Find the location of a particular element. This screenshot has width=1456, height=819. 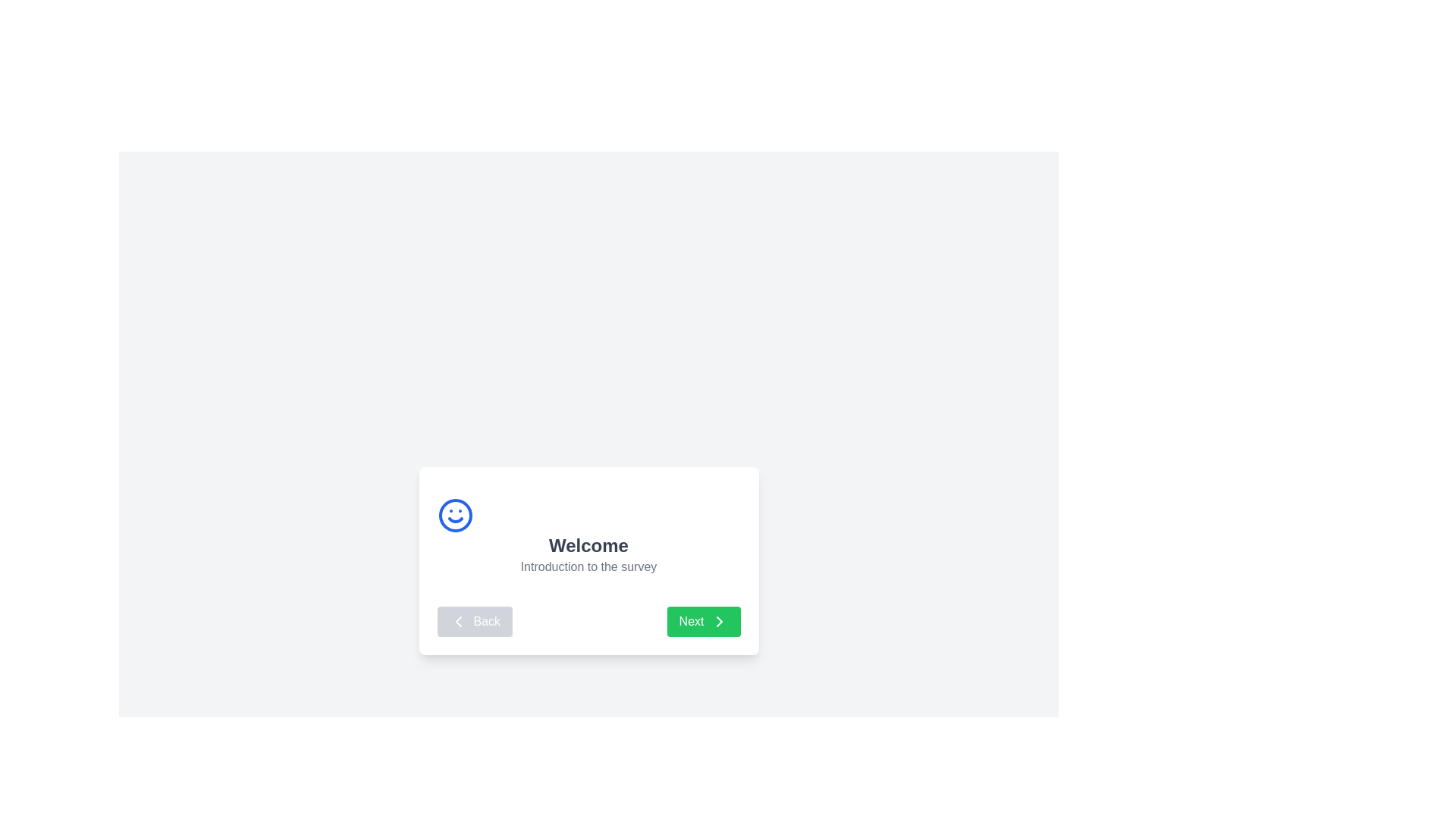

the blue circular element at the center of the smiling face icon, which is the largest part of the face structure is located at coordinates (454, 514).